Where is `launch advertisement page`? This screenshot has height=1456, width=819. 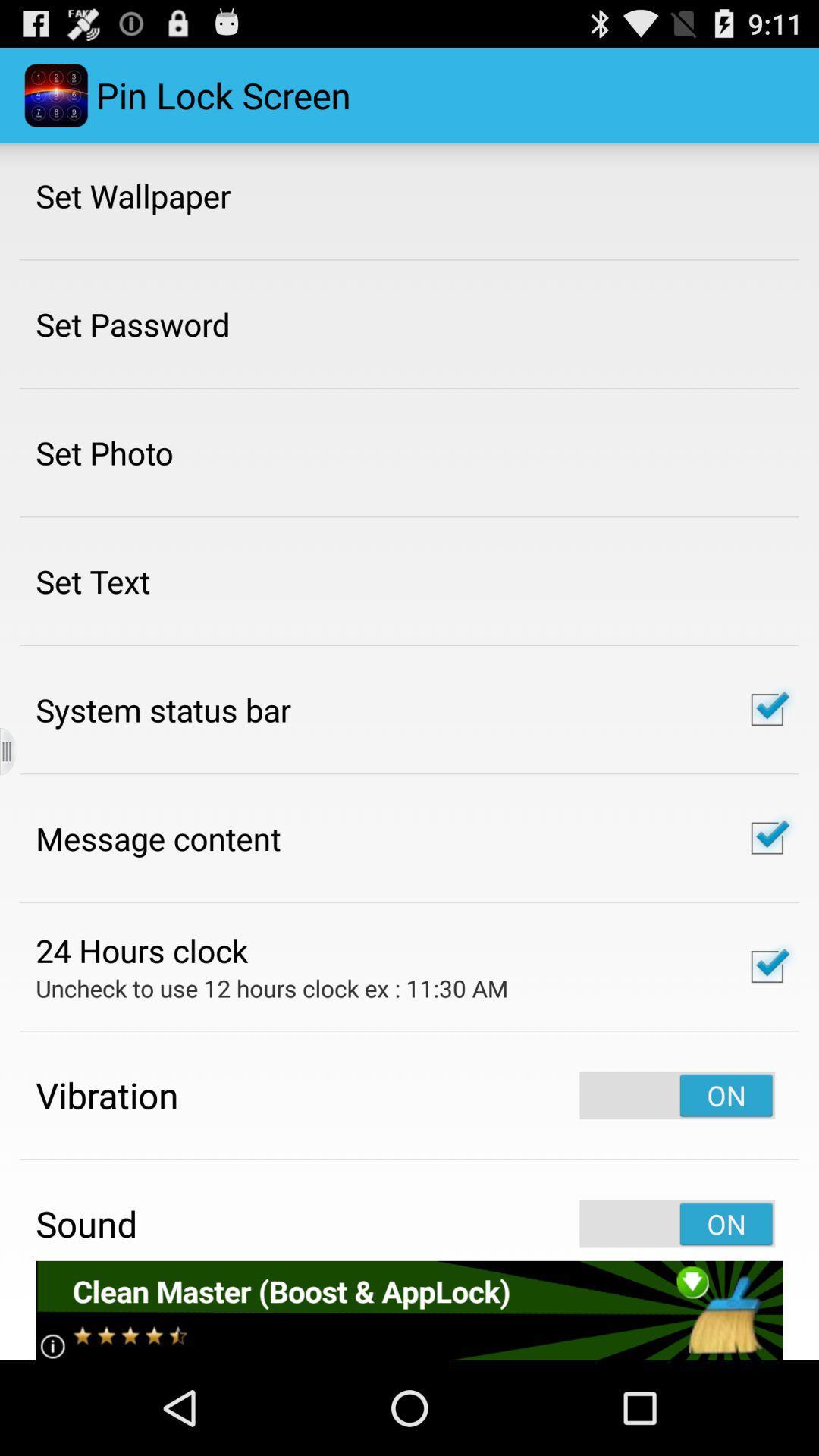 launch advertisement page is located at coordinates (408, 1310).